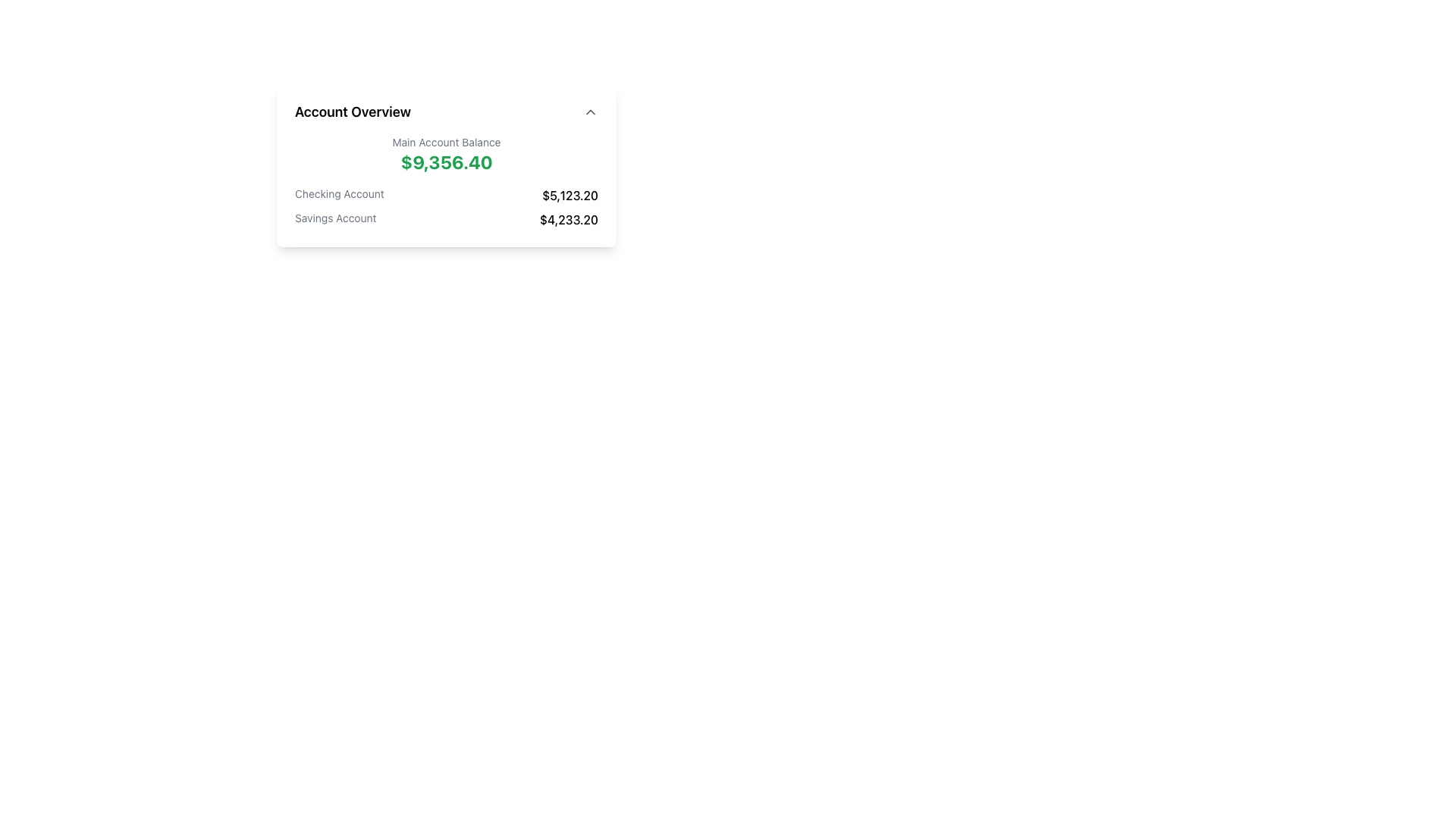  Describe the element at coordinates (352, 111) in the screenshot. I see `the 'Account Overview' text label, which is a bold, larger font text aligned at the top-left of the financial summary card` at that location.